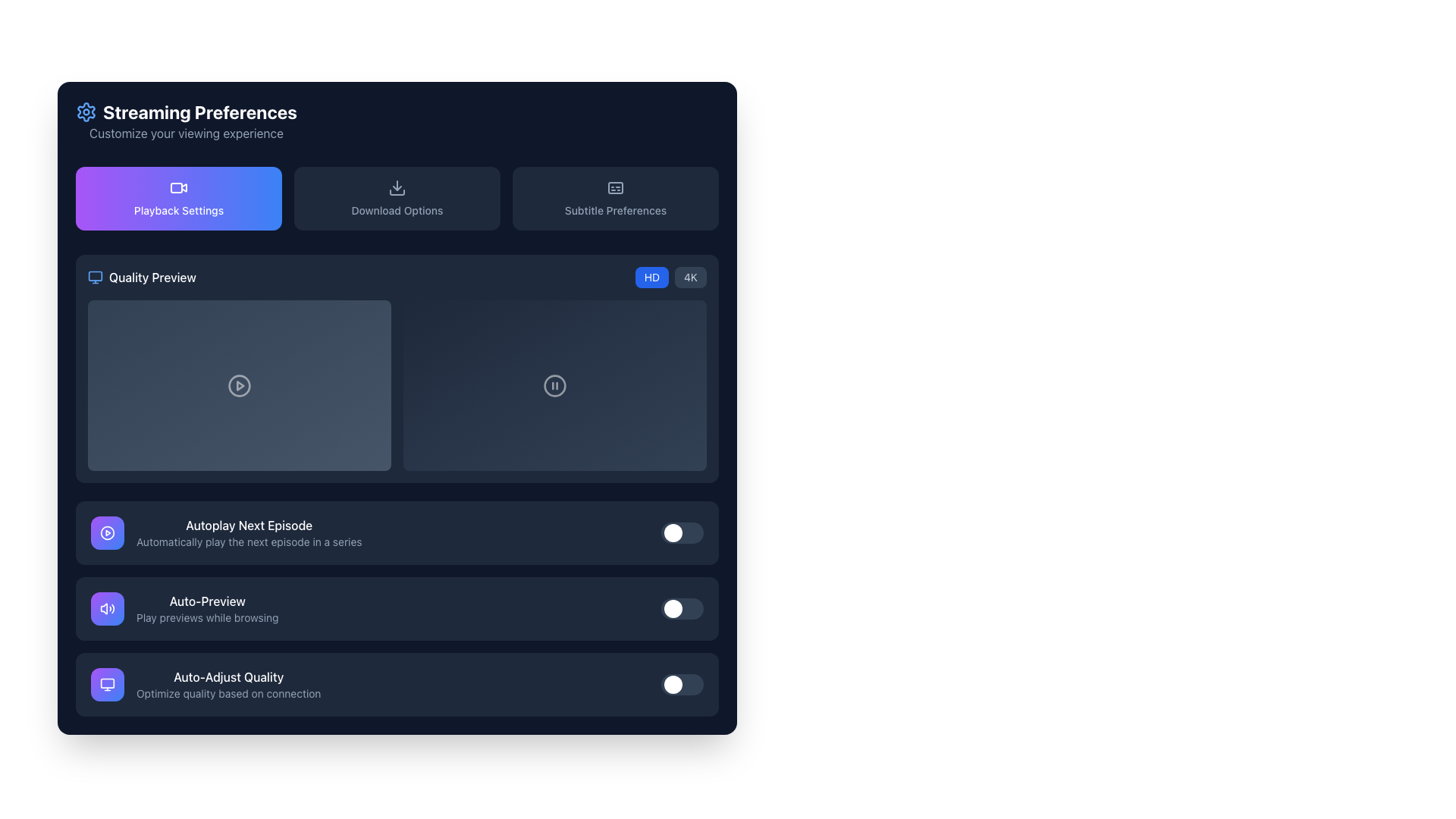  What do you see at coordinates (142, 278) in the screenshot?
I see `the Label indicating the section dedicated` at bounding box center [142, 278].